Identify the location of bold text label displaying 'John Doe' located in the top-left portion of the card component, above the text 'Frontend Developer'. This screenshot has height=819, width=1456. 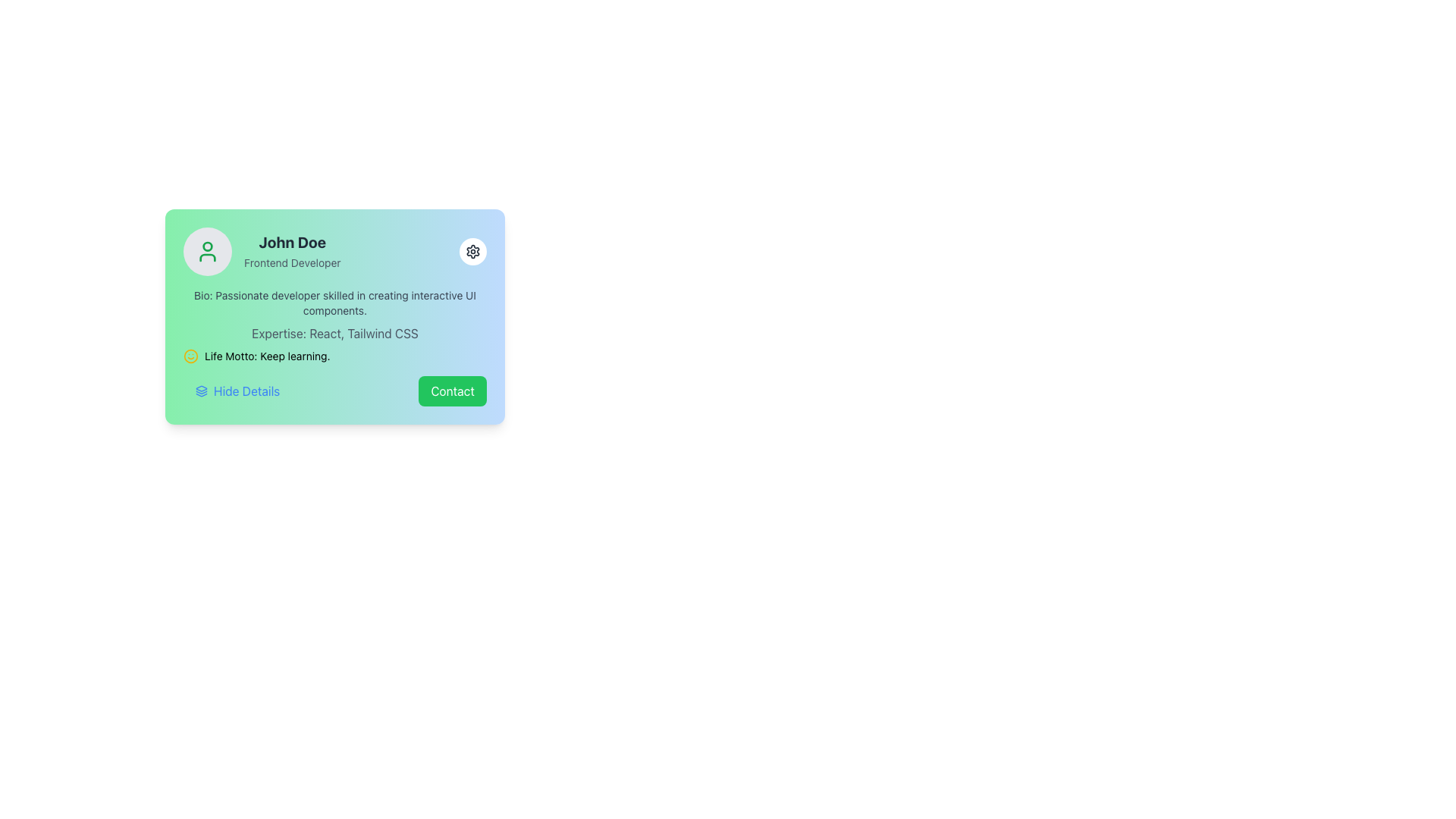
(292, 242).